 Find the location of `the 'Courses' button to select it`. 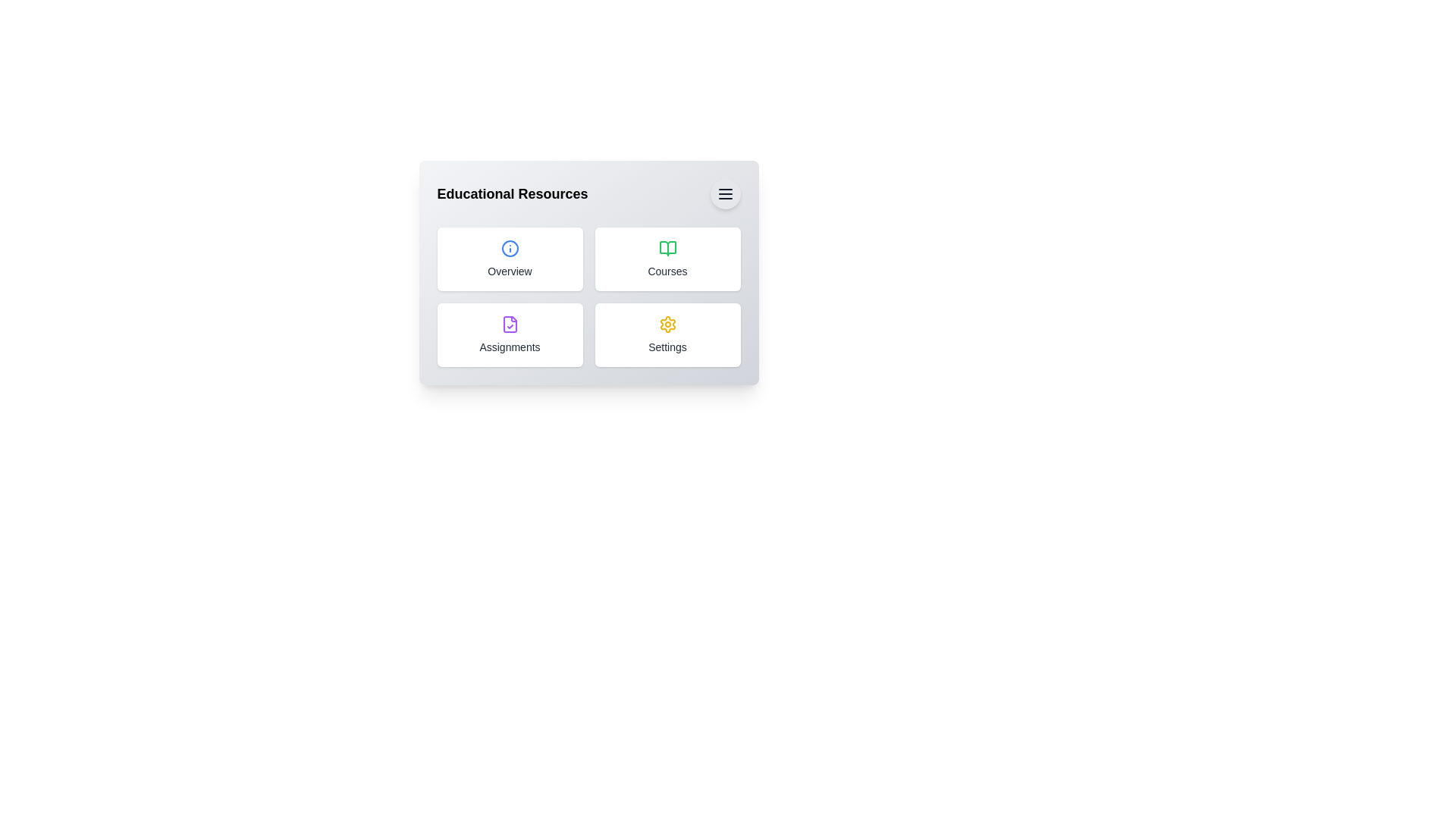

the 'Courses' button to select it is located at coordinates (667, 259).